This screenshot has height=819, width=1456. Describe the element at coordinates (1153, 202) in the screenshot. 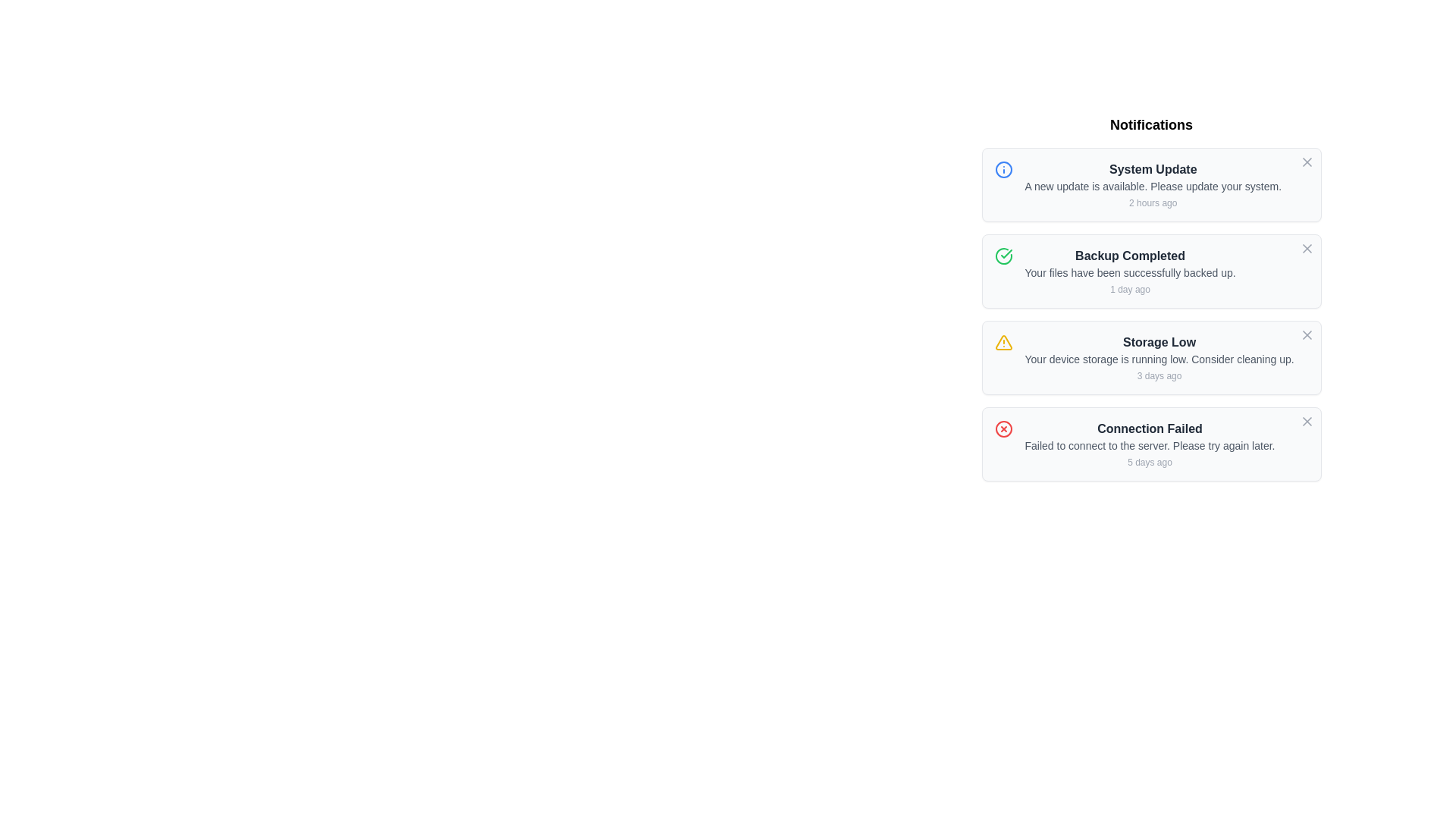

I see `the text label displaying '2 hours ago', which is positioned below the notification message 'A new update is available. Please update your system.'` at that location.